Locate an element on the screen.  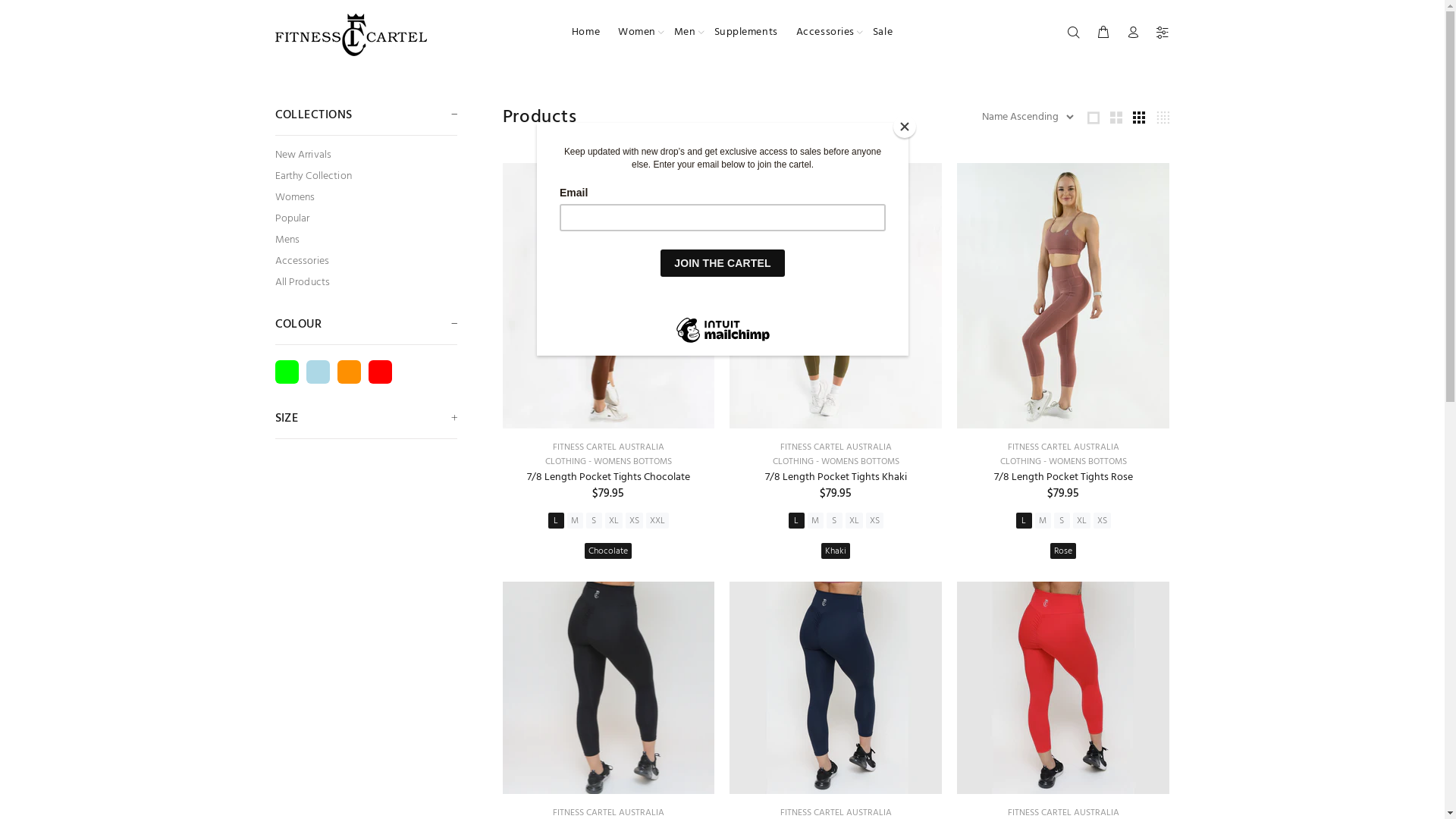
'Women' is located at coordinates (637, 32).